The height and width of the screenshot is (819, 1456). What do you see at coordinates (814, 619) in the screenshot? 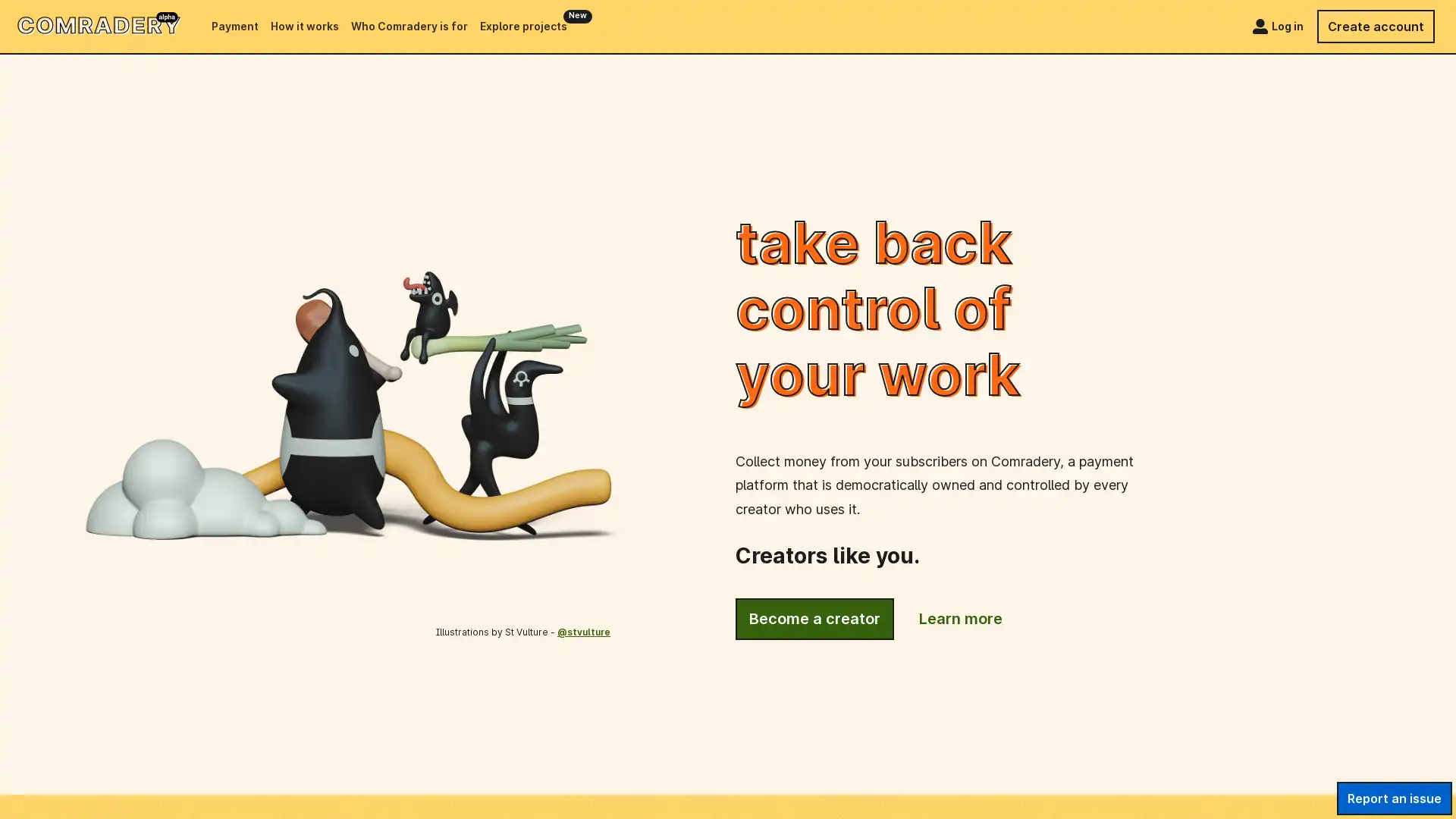
I see `Become a creator` at bounding box center [814, 619].